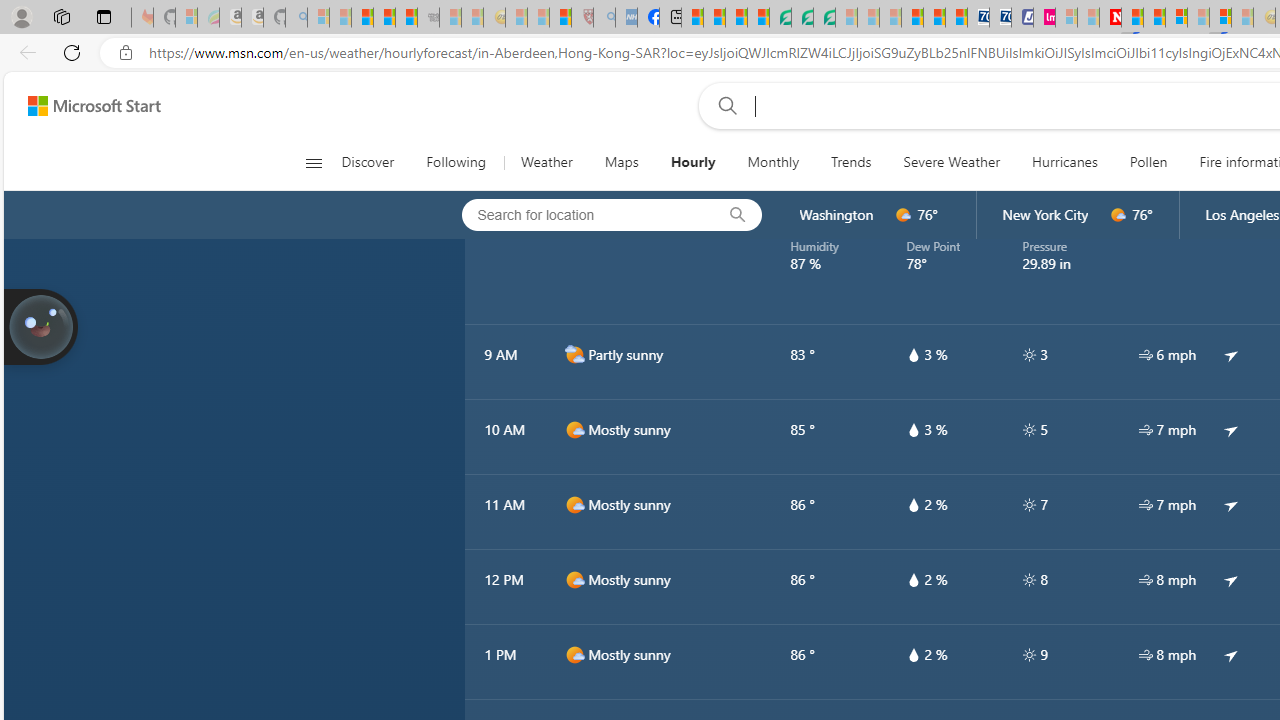 This screenshot has height=720, width=1280. I want to click on 'hourlyTable/drop', so click(912, 654).